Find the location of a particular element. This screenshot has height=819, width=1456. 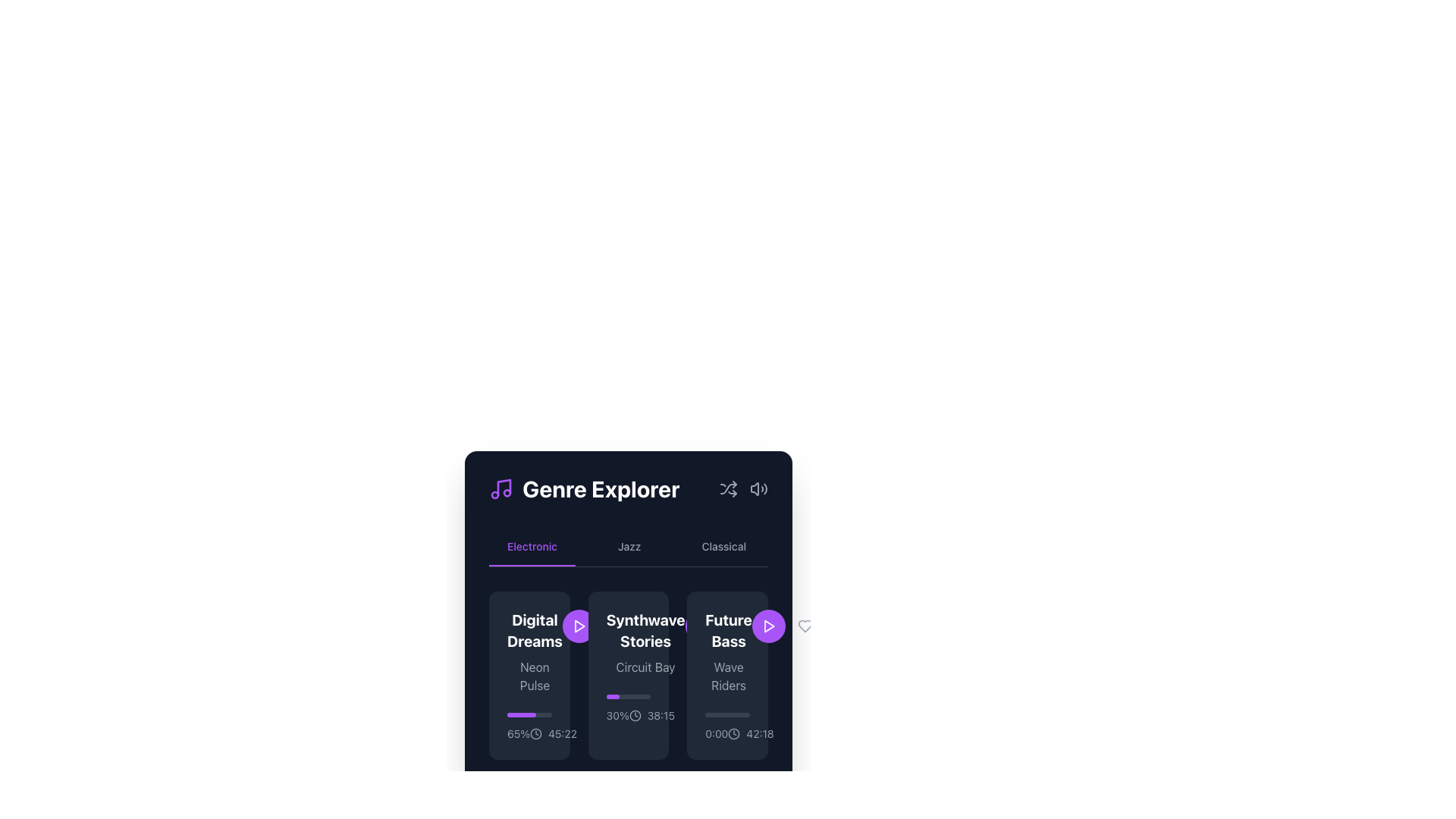

the text label '38:15' with the accompanying analog clock icon, which is displayed on a card labeled 'Synthwave Stories' at the bottom, right-aligned next to a progress percentage value ('30%') is located at coordinates (651, 716).